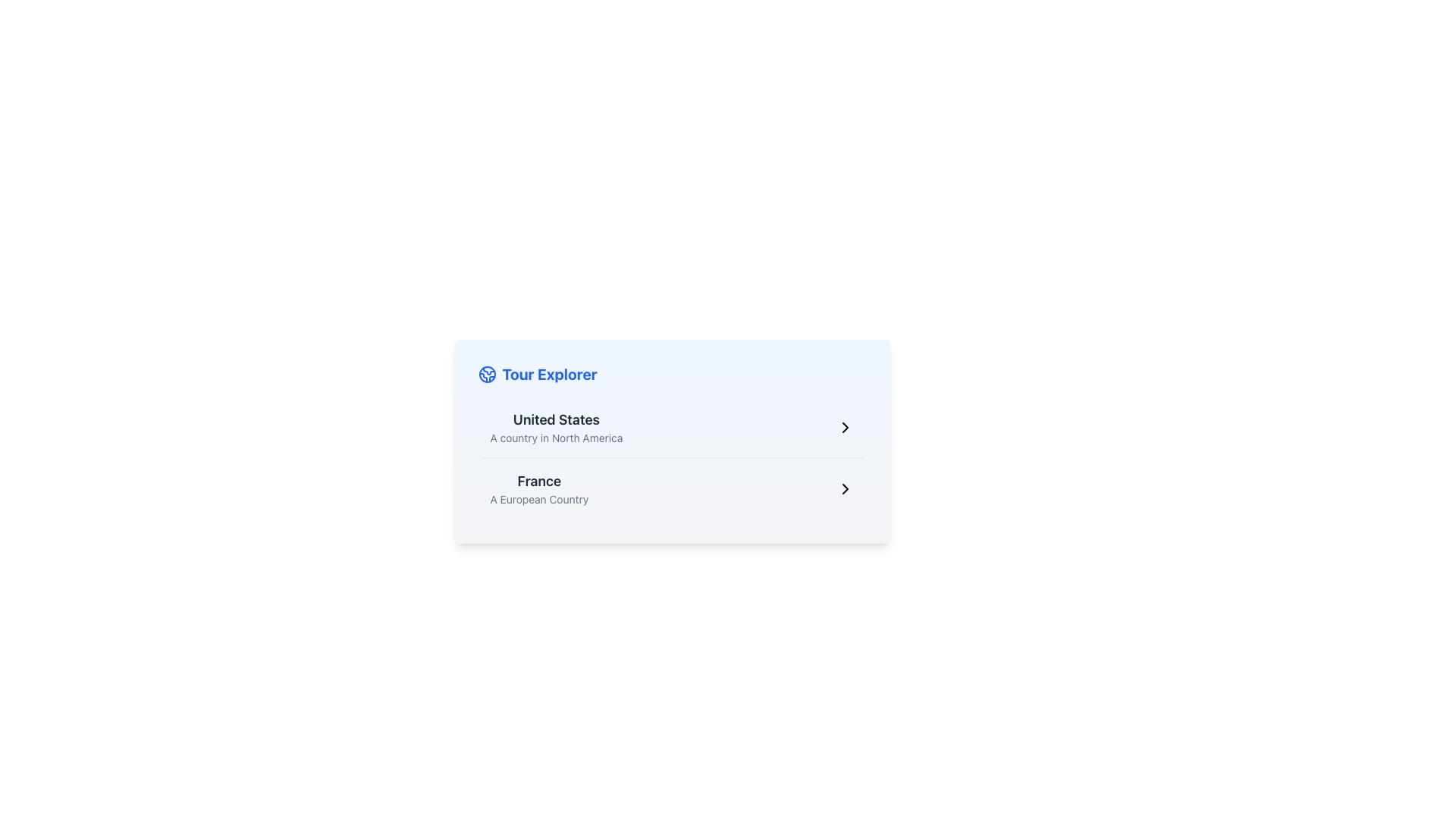  What do you see at coordinates (539, 482) in the screenshot?
I see `the static text label displaying 'France', which is positioned above the text 'A European Country' in dark gray color and bold font style` at bounding box center [539, 482].